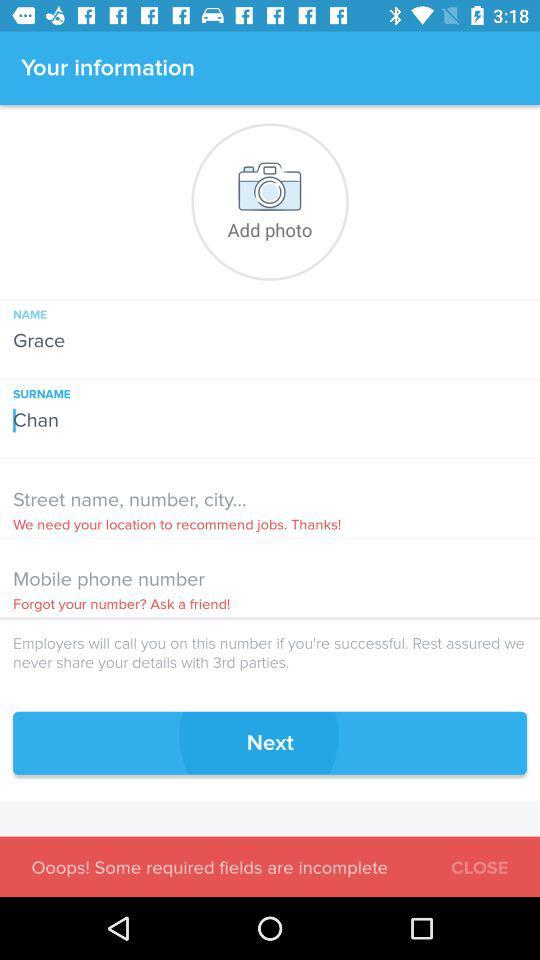  What do you see at coordinates (270, 742) in the screenshot?
I see `the next icon` at bounding box center [270, 742].